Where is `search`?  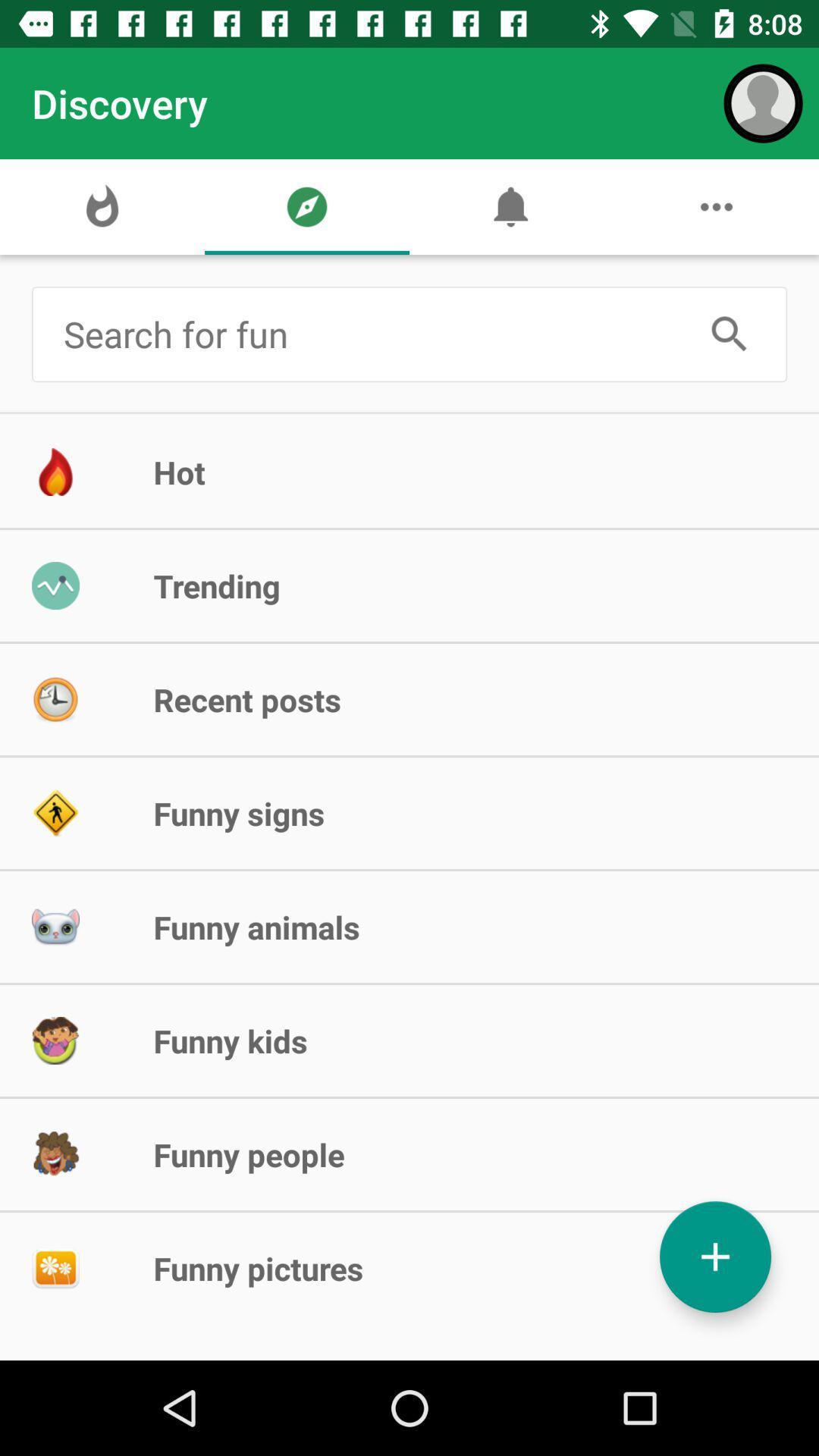
search is located at coordinates (729, 334).